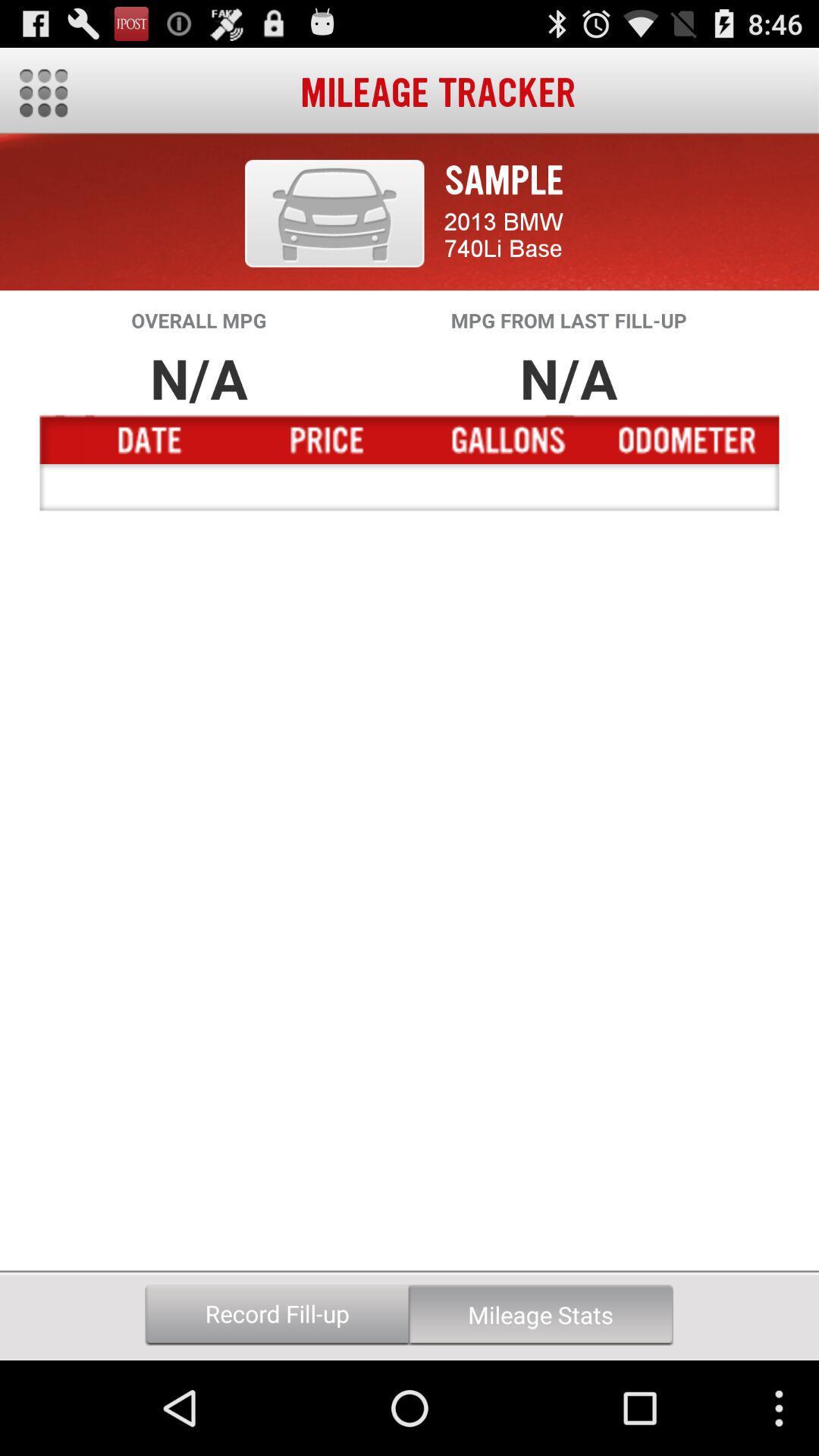 This screenshot has height=1456, width=819. I want to click on the icon next to sample, so click(334, 212).